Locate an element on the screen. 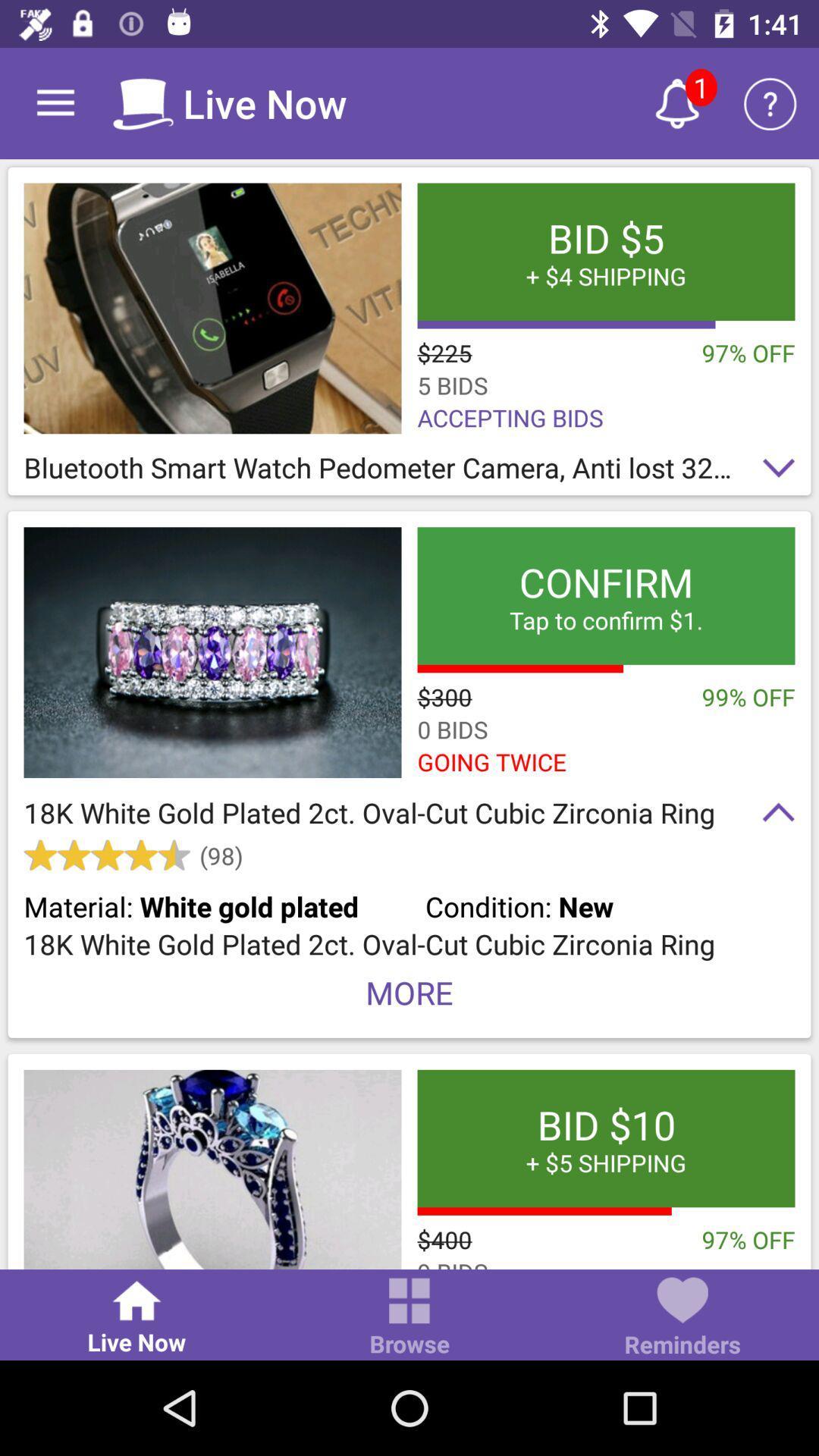  confirm tap to icon is located at coordinates (605, 595).